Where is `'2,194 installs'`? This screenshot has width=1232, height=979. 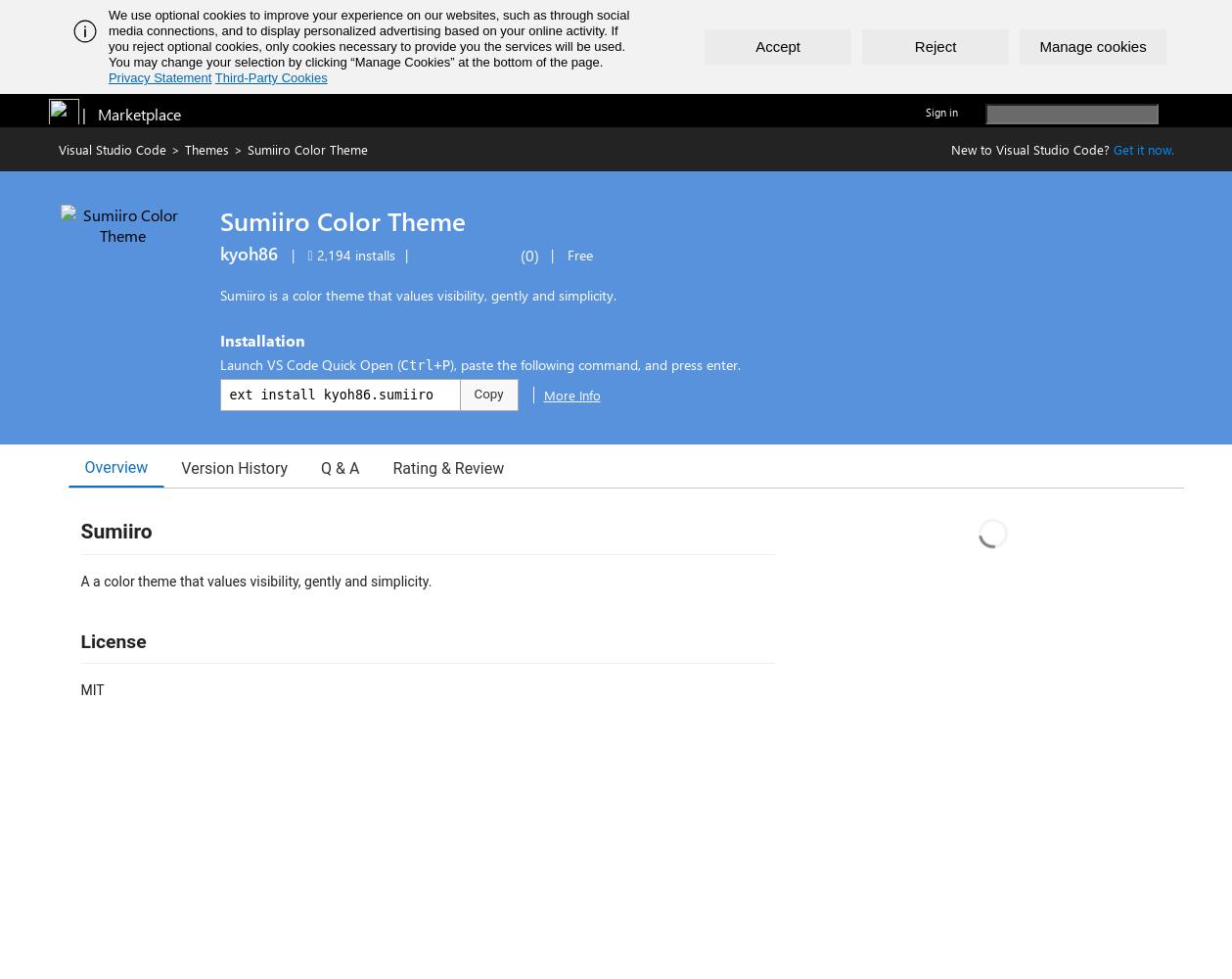
'2,194 installs' is located at coordinates (312, 255).